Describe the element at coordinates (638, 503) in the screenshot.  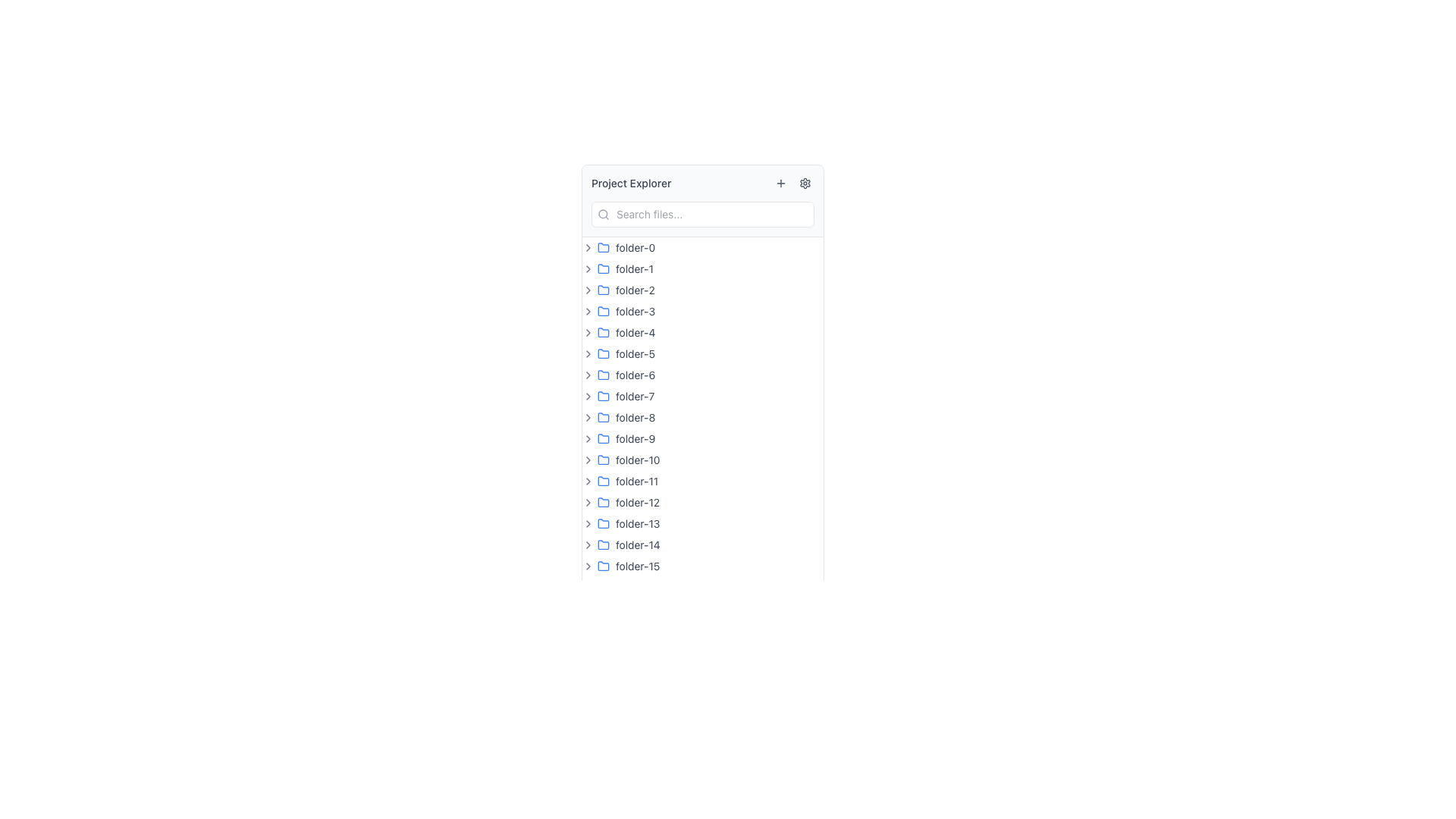
I see `the static text label displaying 'folder-12' in gray color, part of a list of folders in the file explorer interface` at that location.